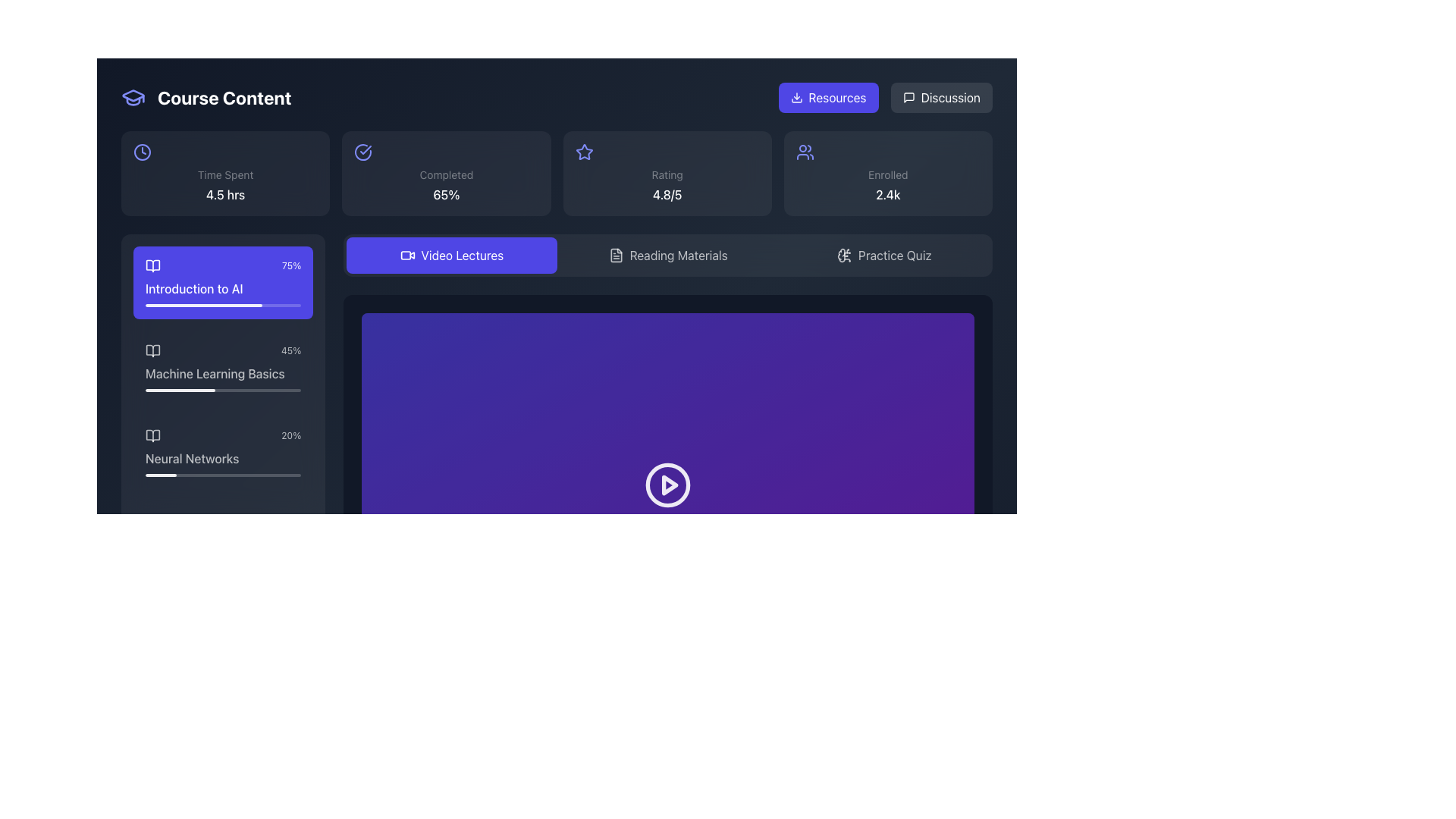 This screenshot has height=819, width=1456. Describe the element at coordinates (294, 305) in the screenshot. I see `the progress bar` at that location.